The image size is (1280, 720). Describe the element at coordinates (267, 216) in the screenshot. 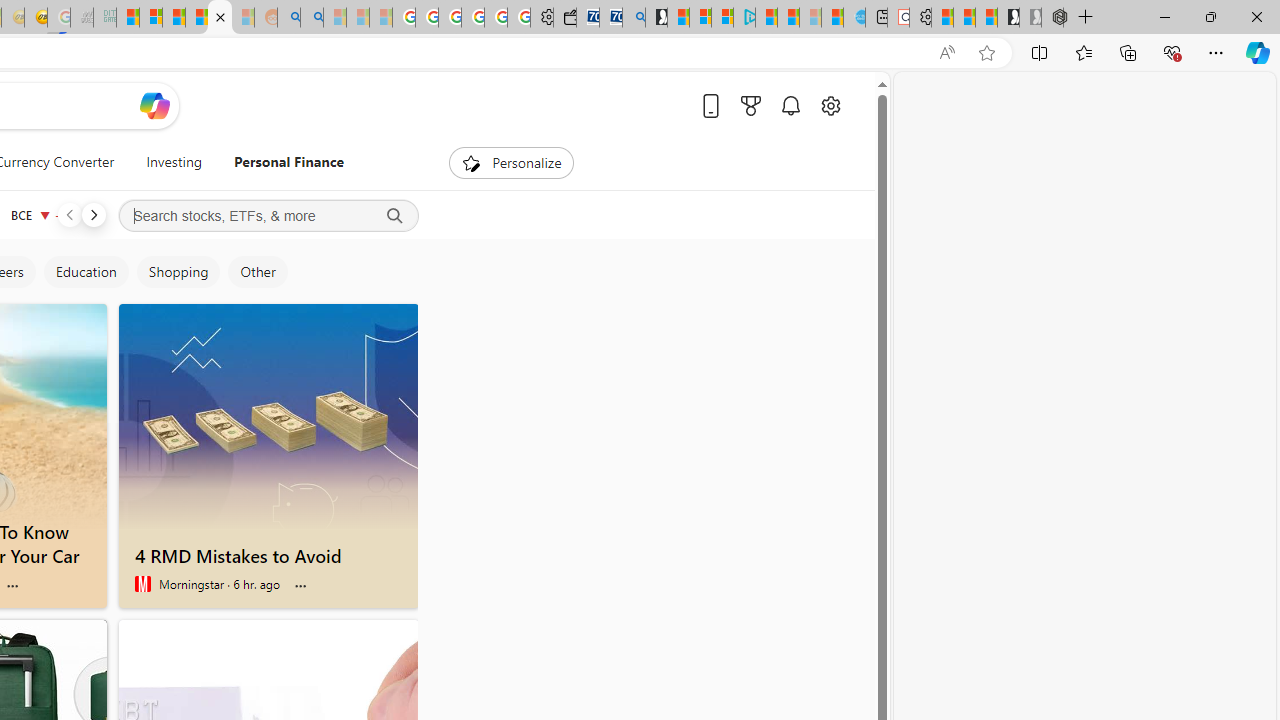

I see `'Search stocks, ETFs, & more'` at that location.